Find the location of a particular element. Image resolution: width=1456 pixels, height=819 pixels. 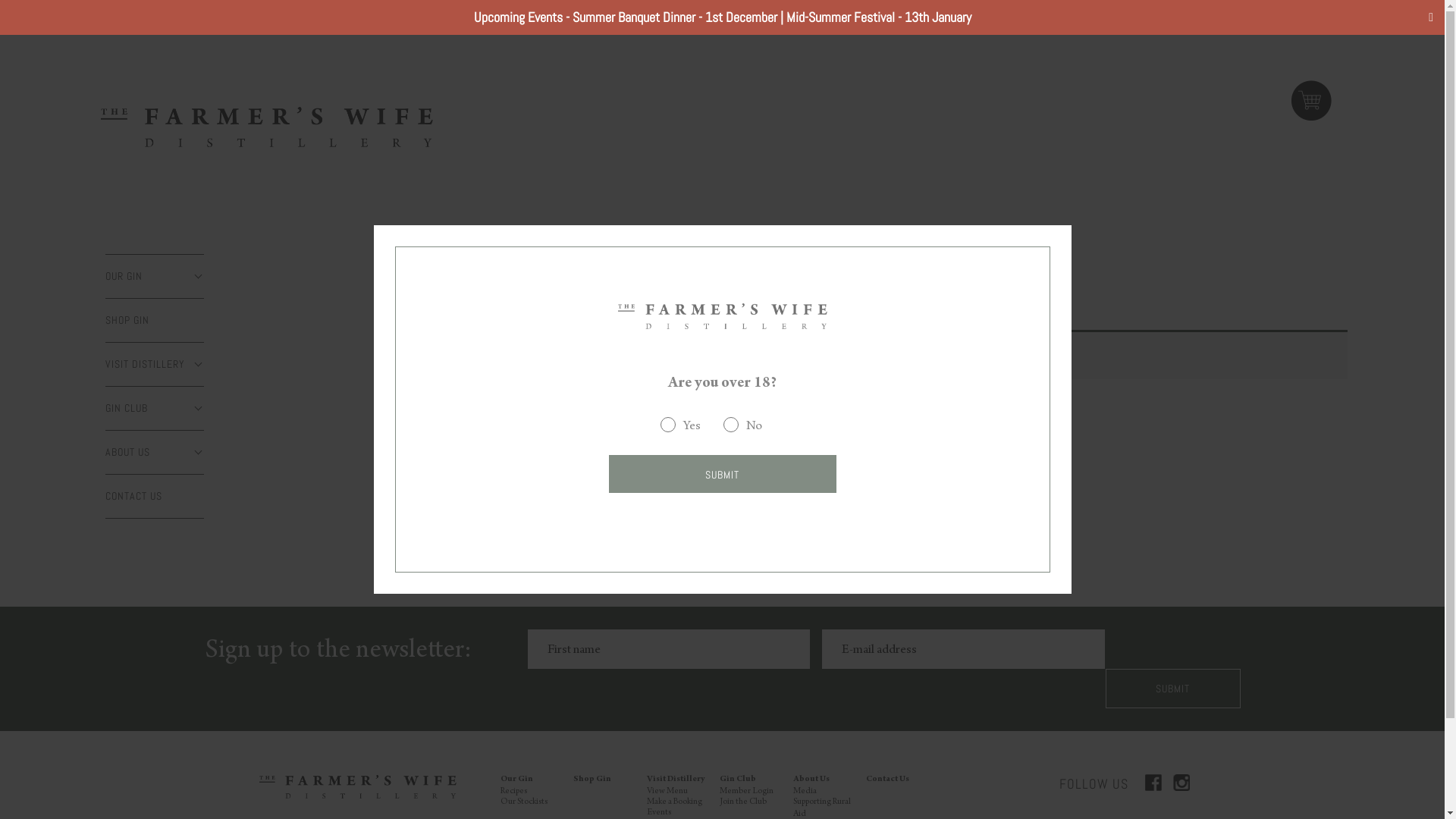

'VISIT DISTILLERY' is located at coordinates (155, 364).